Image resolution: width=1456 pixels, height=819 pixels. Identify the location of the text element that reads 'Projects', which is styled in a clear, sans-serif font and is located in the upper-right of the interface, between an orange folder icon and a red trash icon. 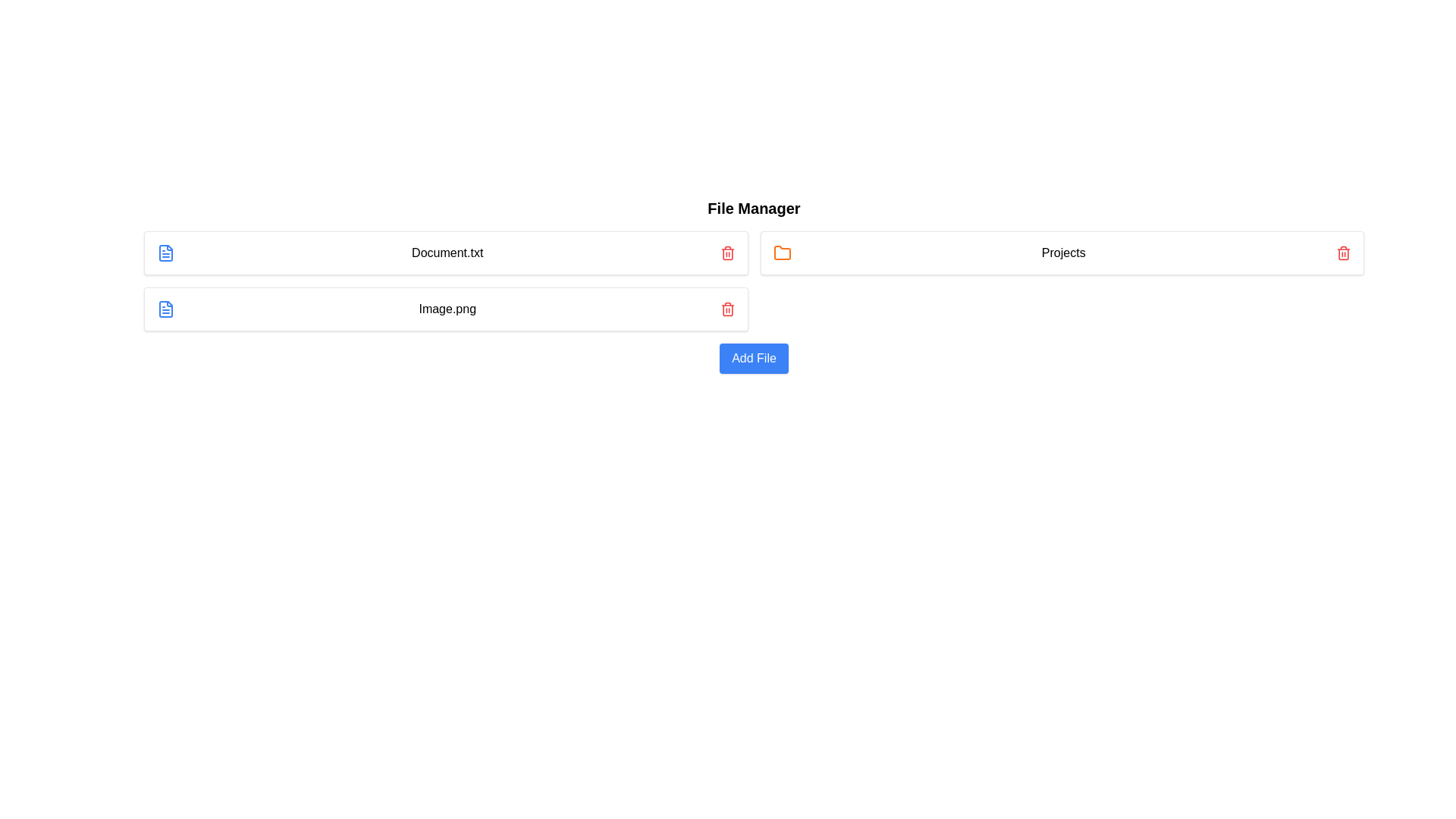
(1062, 253).